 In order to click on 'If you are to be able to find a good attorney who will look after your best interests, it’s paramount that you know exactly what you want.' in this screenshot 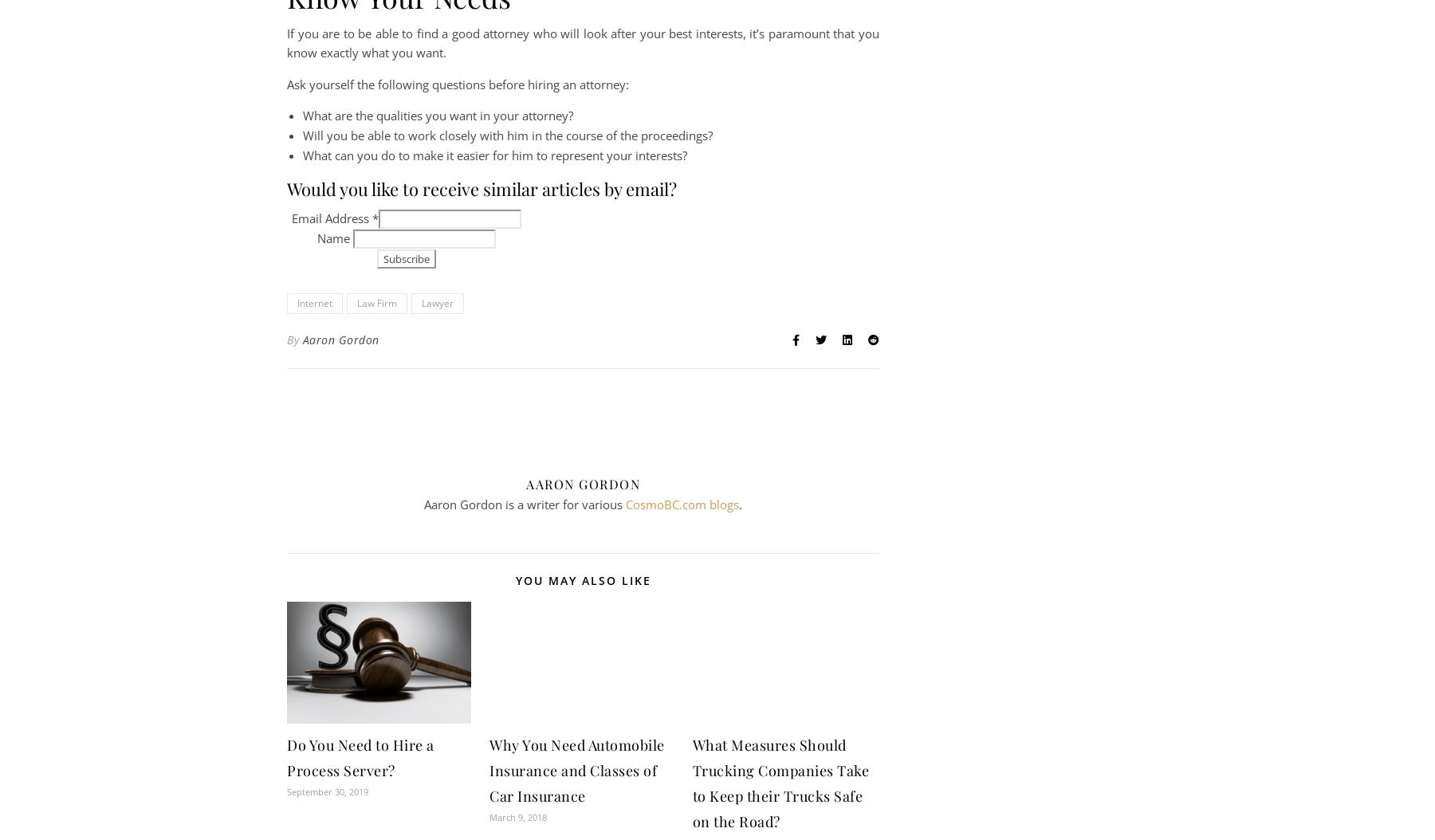, I will do `click(582, 42)`.